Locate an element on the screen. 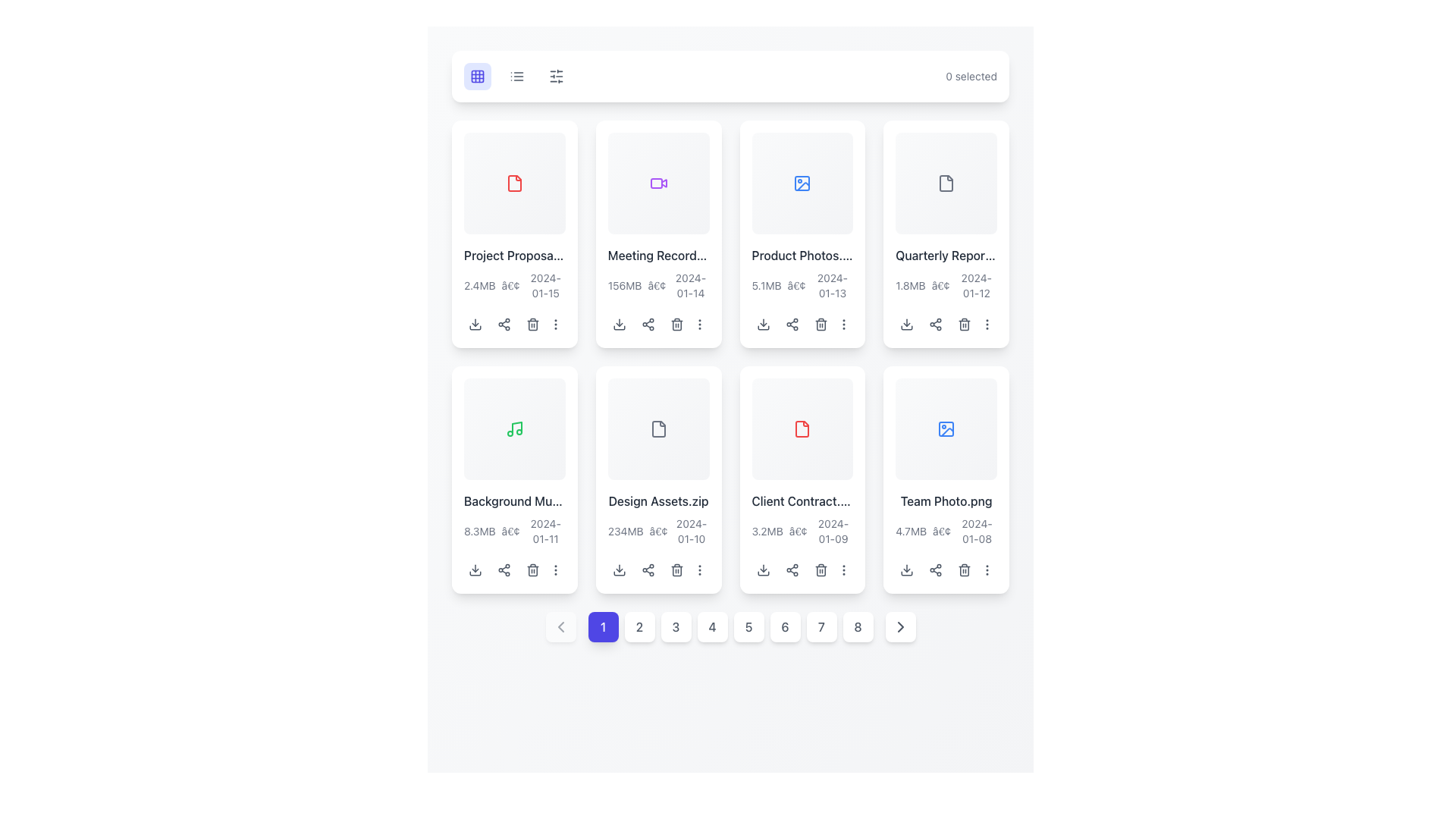 This screenshot has width=1456, height=819. the Icon button in the bottom-left section of the card displaying 'Background Music' is located at coordinates (475, 570).